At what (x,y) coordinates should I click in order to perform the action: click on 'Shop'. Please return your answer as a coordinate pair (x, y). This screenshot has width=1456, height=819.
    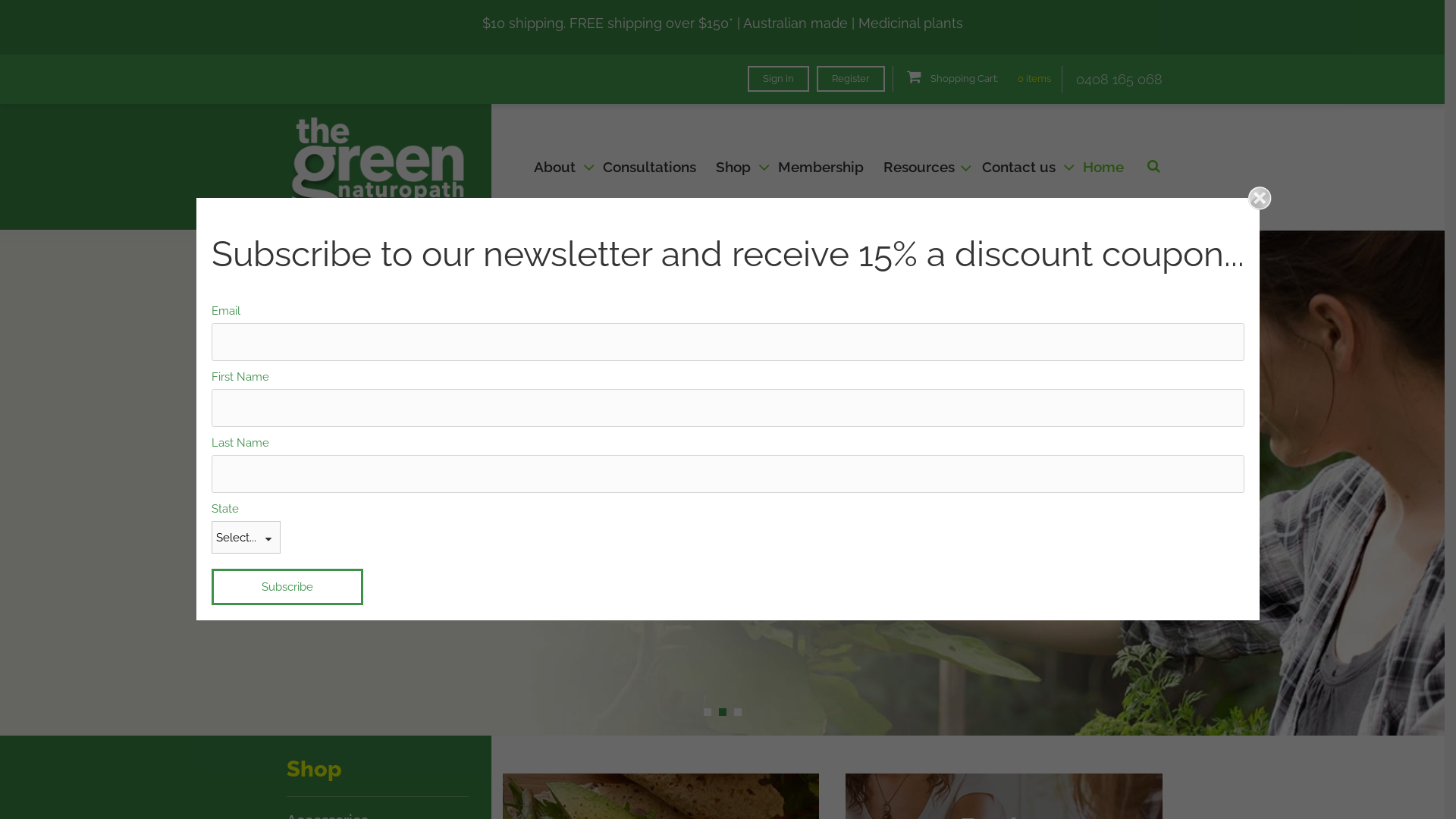
    Looking at the image, I should click on (715, 166).